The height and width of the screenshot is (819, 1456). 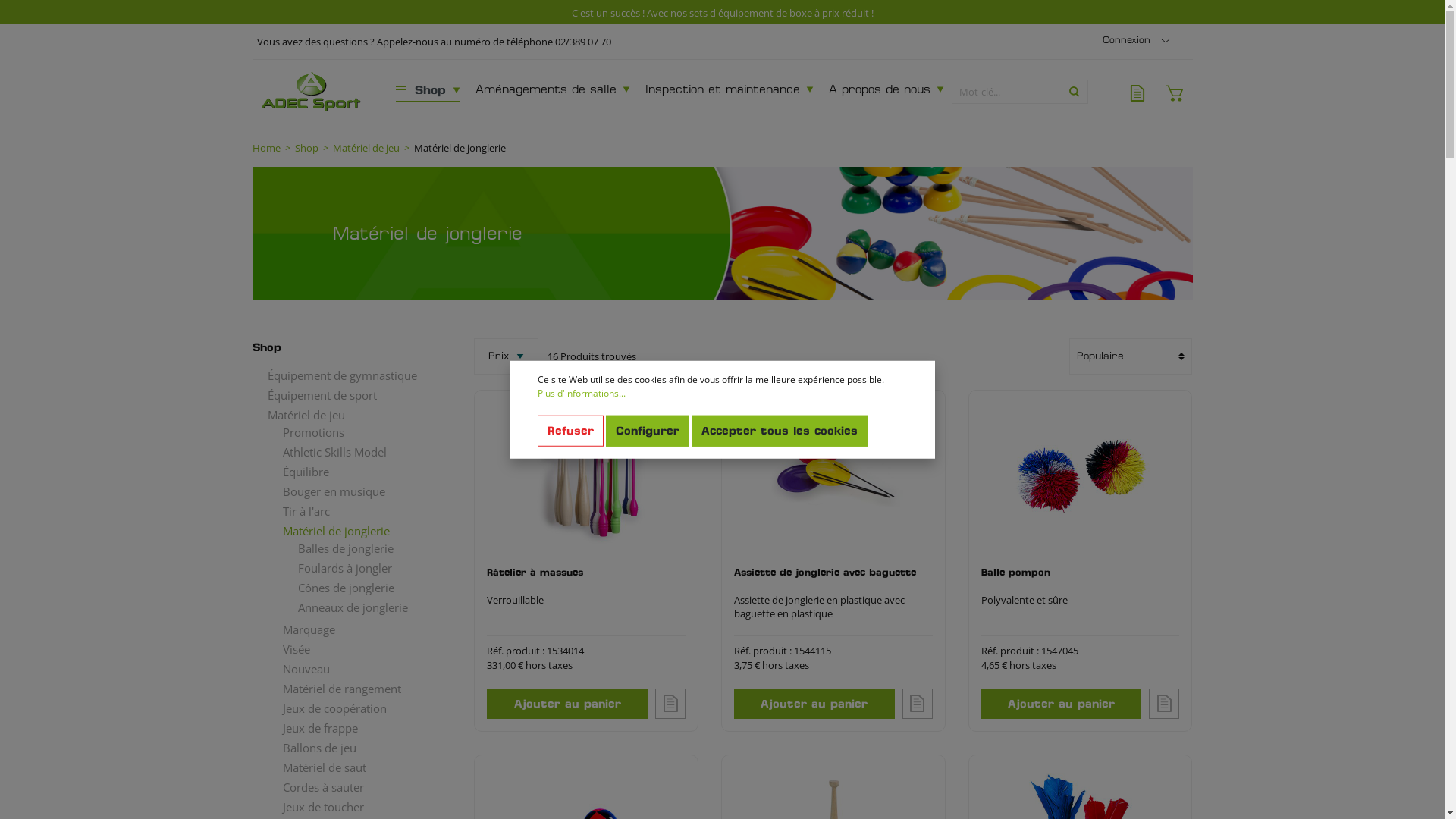 What do you see at coordinates (580, 393) in the screenshot?
I see `'Plus d'informations...'` at bounding box center [580, 393].